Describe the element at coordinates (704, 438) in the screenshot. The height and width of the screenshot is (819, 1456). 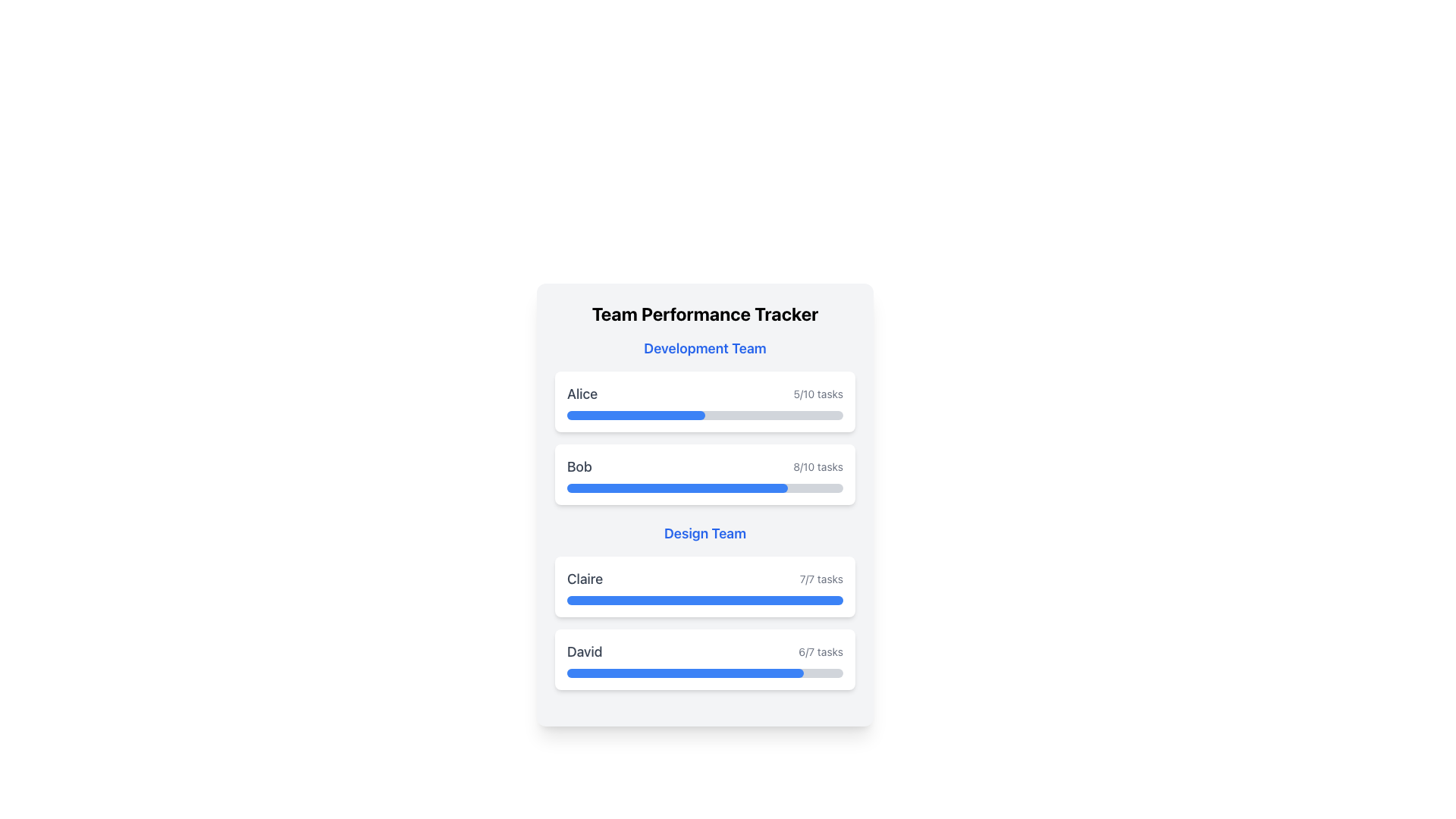
I see `text displayed in the Task progress display component located under the title 'Development Team', which summarizes the tasks completed versus total tasks for team members Alice and Bob` at that location.